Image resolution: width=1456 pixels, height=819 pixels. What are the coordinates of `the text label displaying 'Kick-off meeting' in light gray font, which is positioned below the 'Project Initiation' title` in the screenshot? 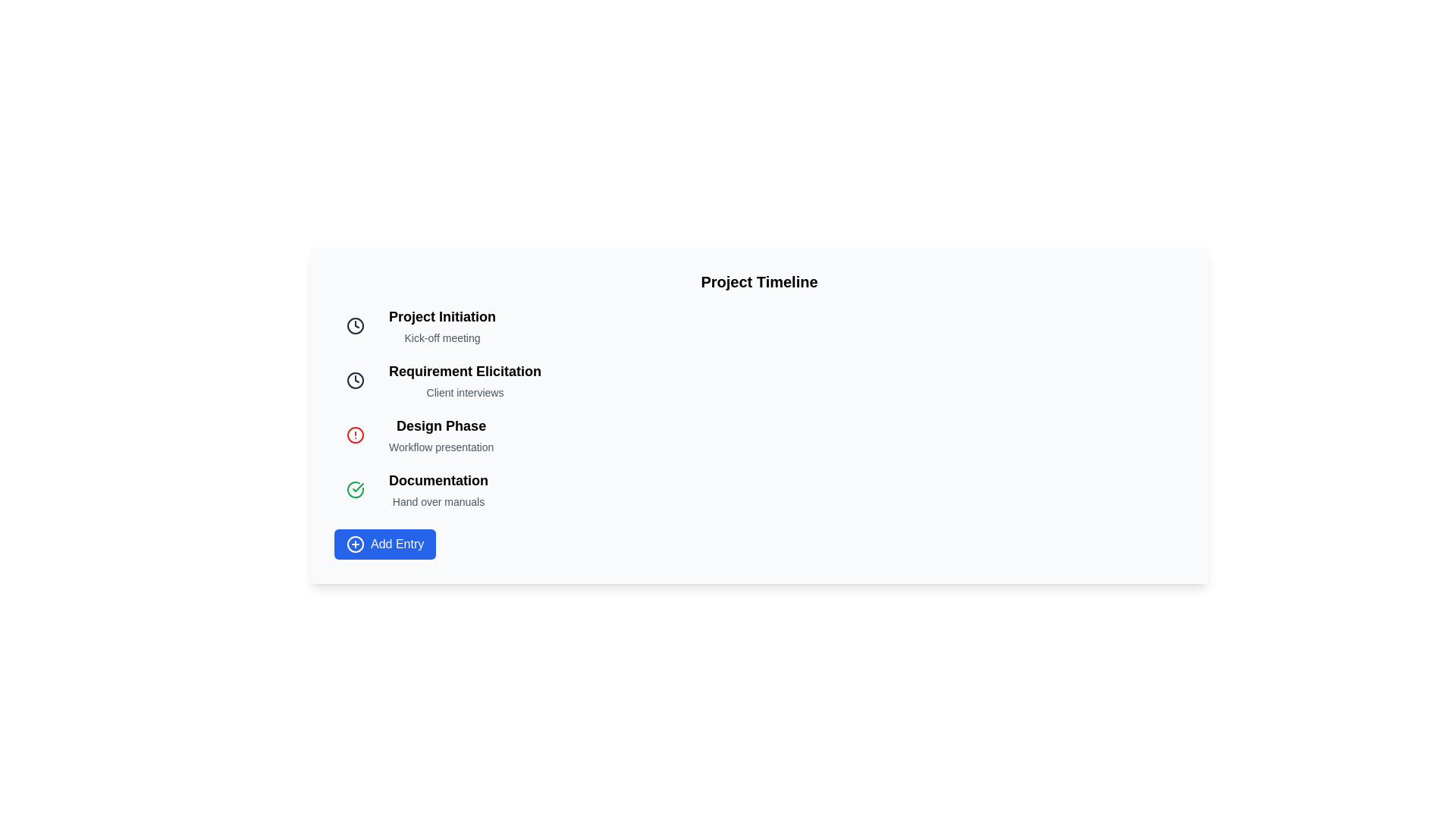 It's located at (441, 337).